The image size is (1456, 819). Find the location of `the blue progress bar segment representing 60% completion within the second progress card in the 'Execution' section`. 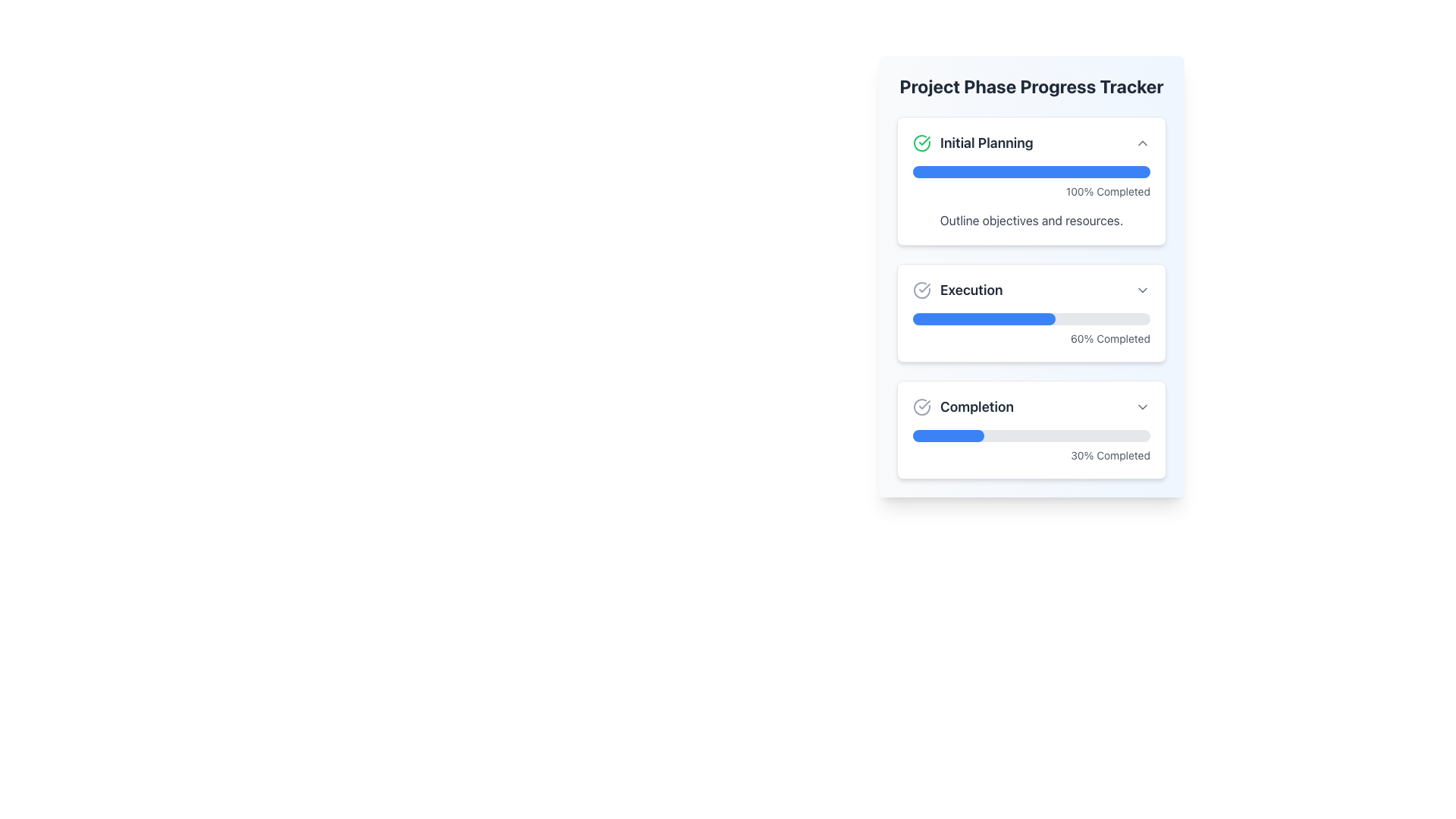

the blue progress bar segment representing 60% completion within the second progress card in the 'Execution' section is located at coordinates (984, 318).